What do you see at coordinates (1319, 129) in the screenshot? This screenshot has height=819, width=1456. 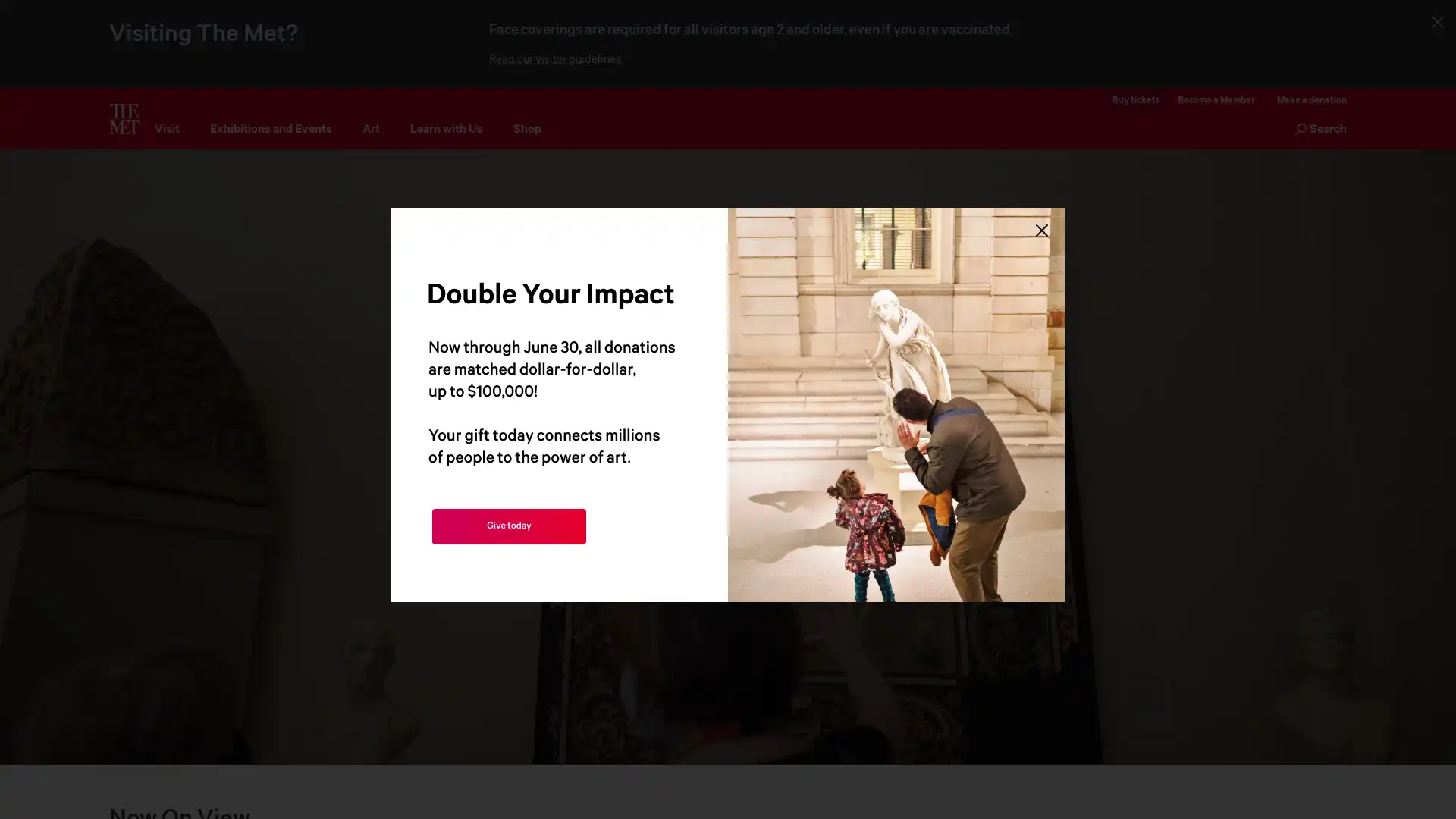 I see `Search` at bounding box center [1319, 129].